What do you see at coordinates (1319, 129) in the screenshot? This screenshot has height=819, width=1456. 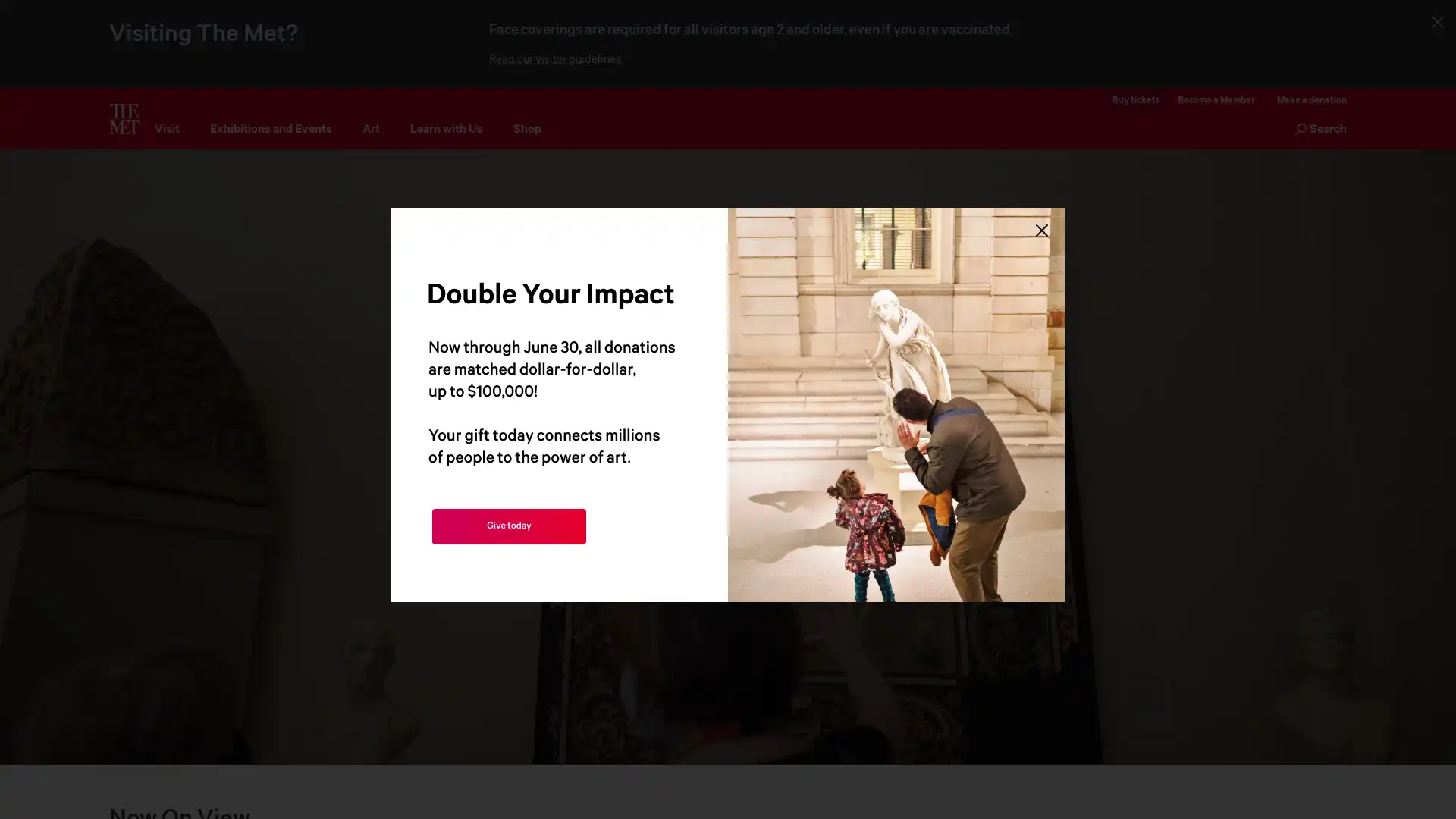 I see `Search` at bounding box center [1319, 129].